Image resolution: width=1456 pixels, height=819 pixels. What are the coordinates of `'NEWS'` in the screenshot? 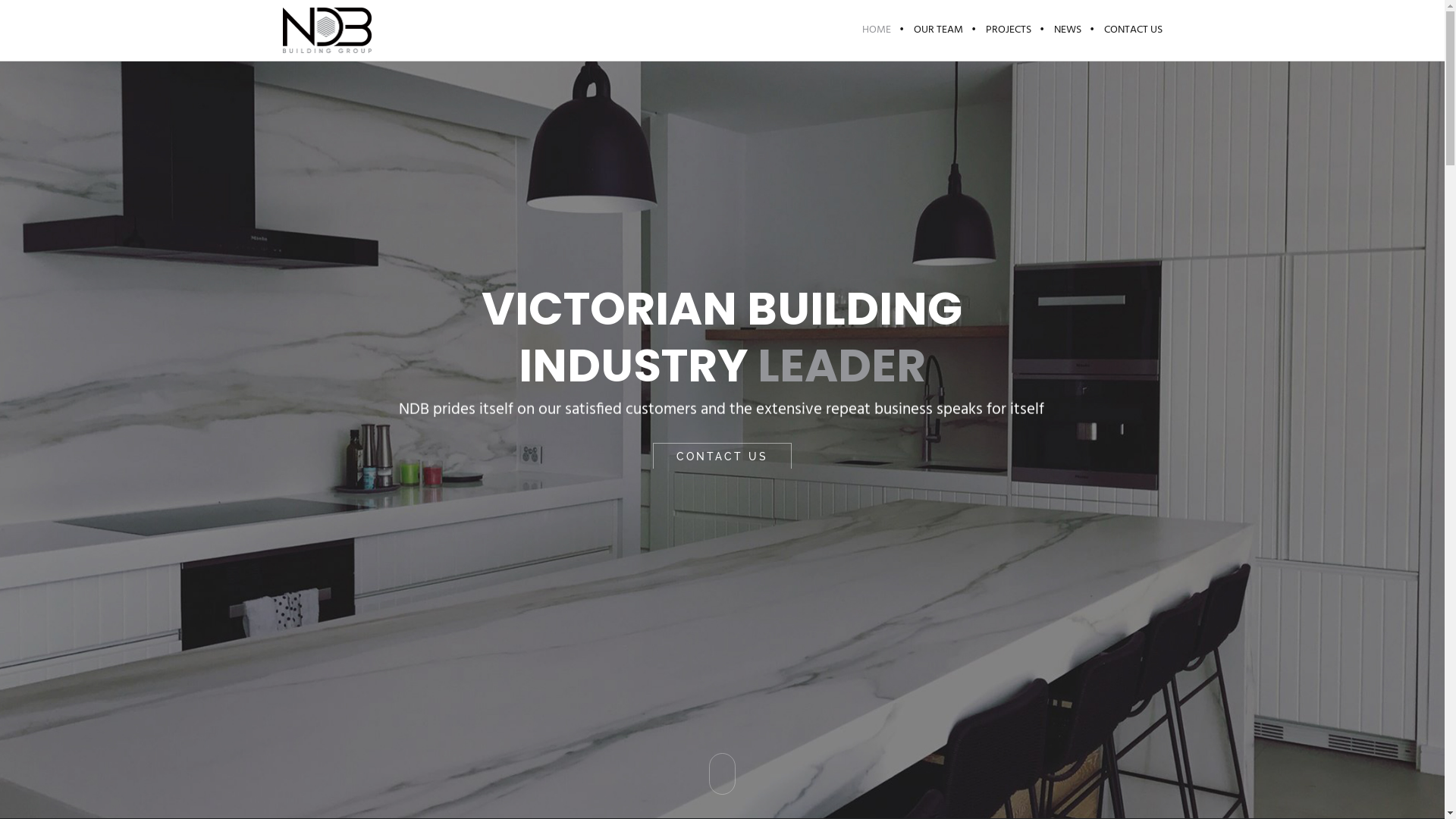 It's located at (1040, 30).